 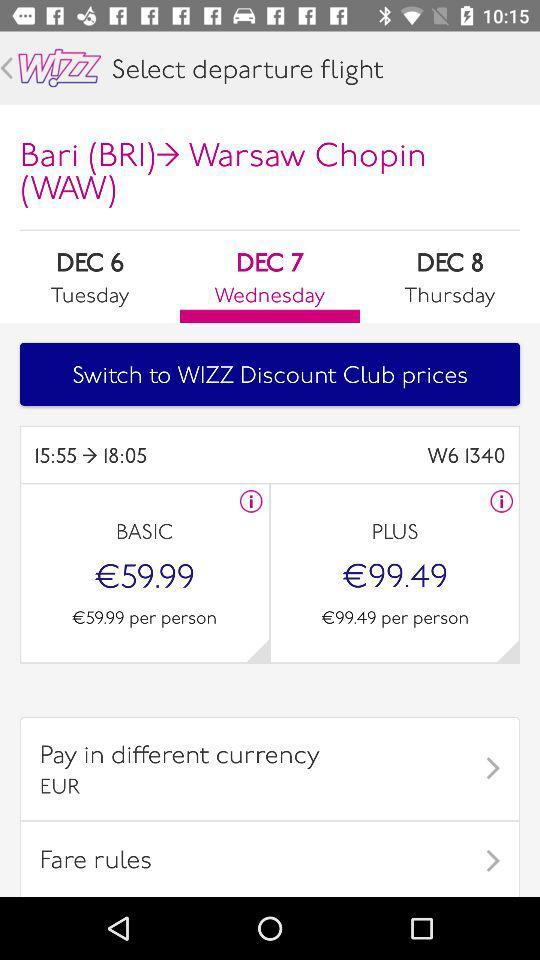 What do you see at coordinates (258, 649) in the screenshot?
I see `content` at bounding box center [258, 649].